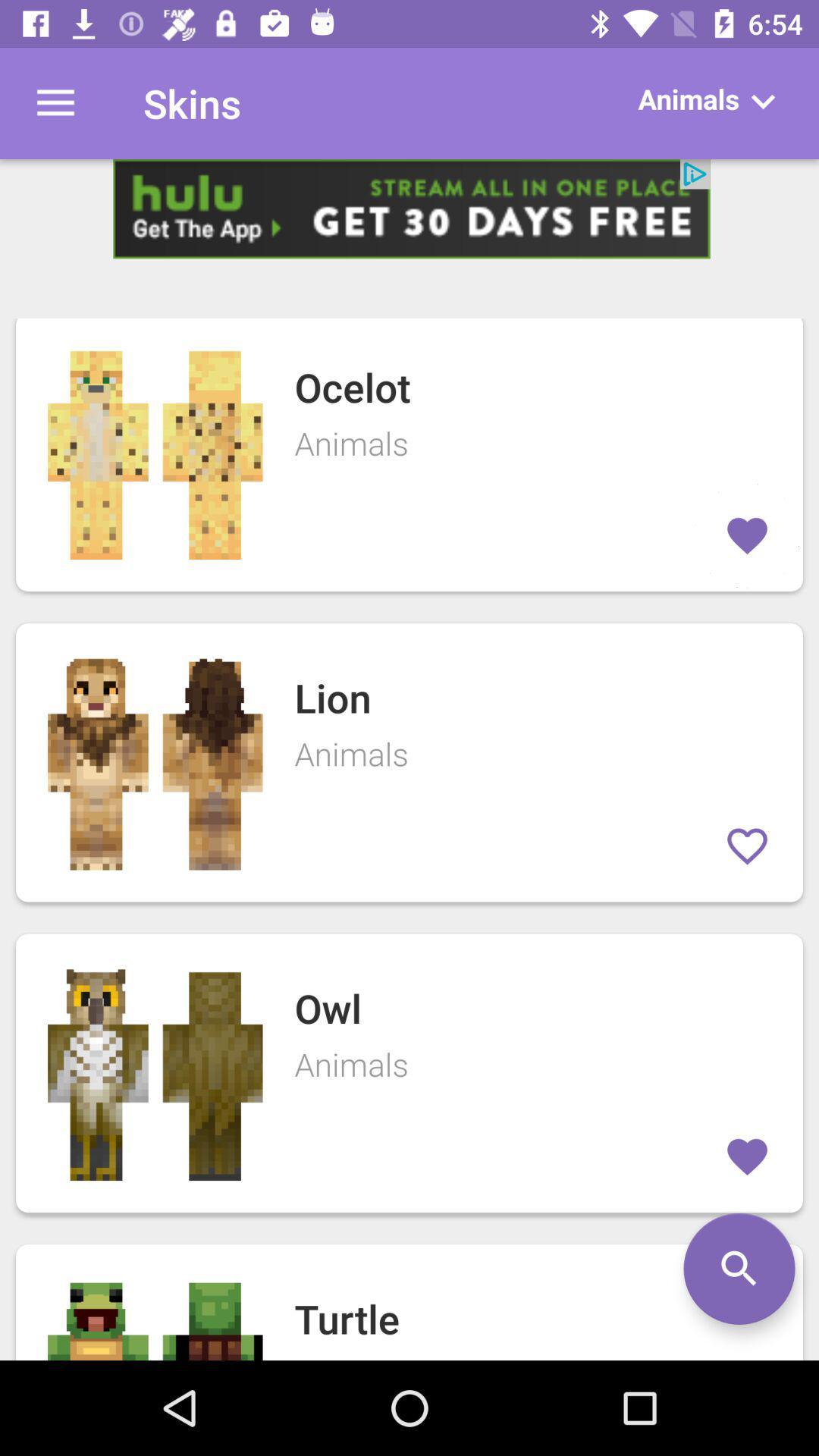  What do you see at coordinates (746, 535) in the screenshot?
I see `the like icon in the first image` at bounding box center [746, 535].